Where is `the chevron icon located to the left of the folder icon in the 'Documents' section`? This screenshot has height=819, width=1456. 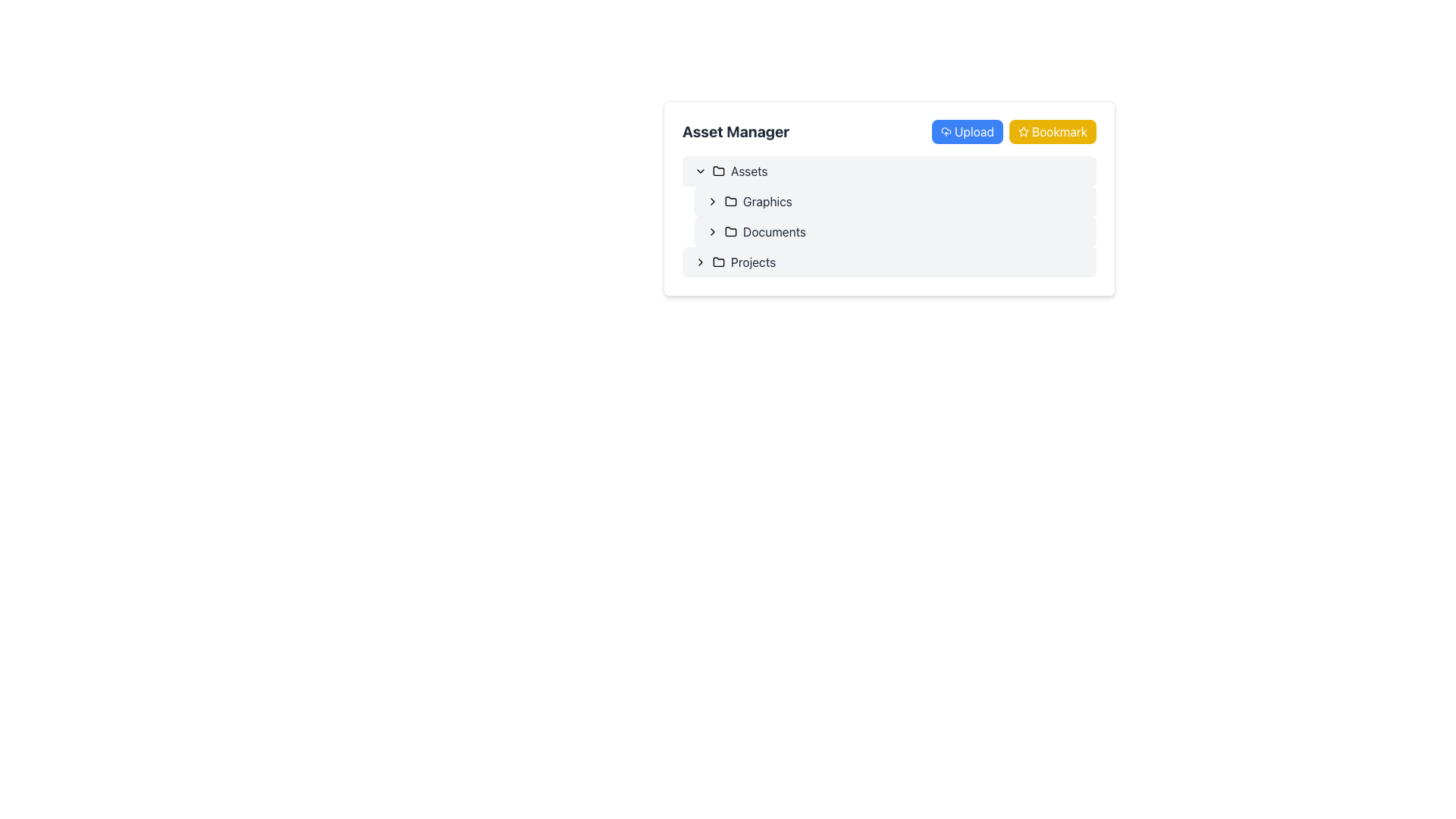
the chevron icon located to the left of the folder icon in the 'Documents' section is located at coordinates (712, 231).